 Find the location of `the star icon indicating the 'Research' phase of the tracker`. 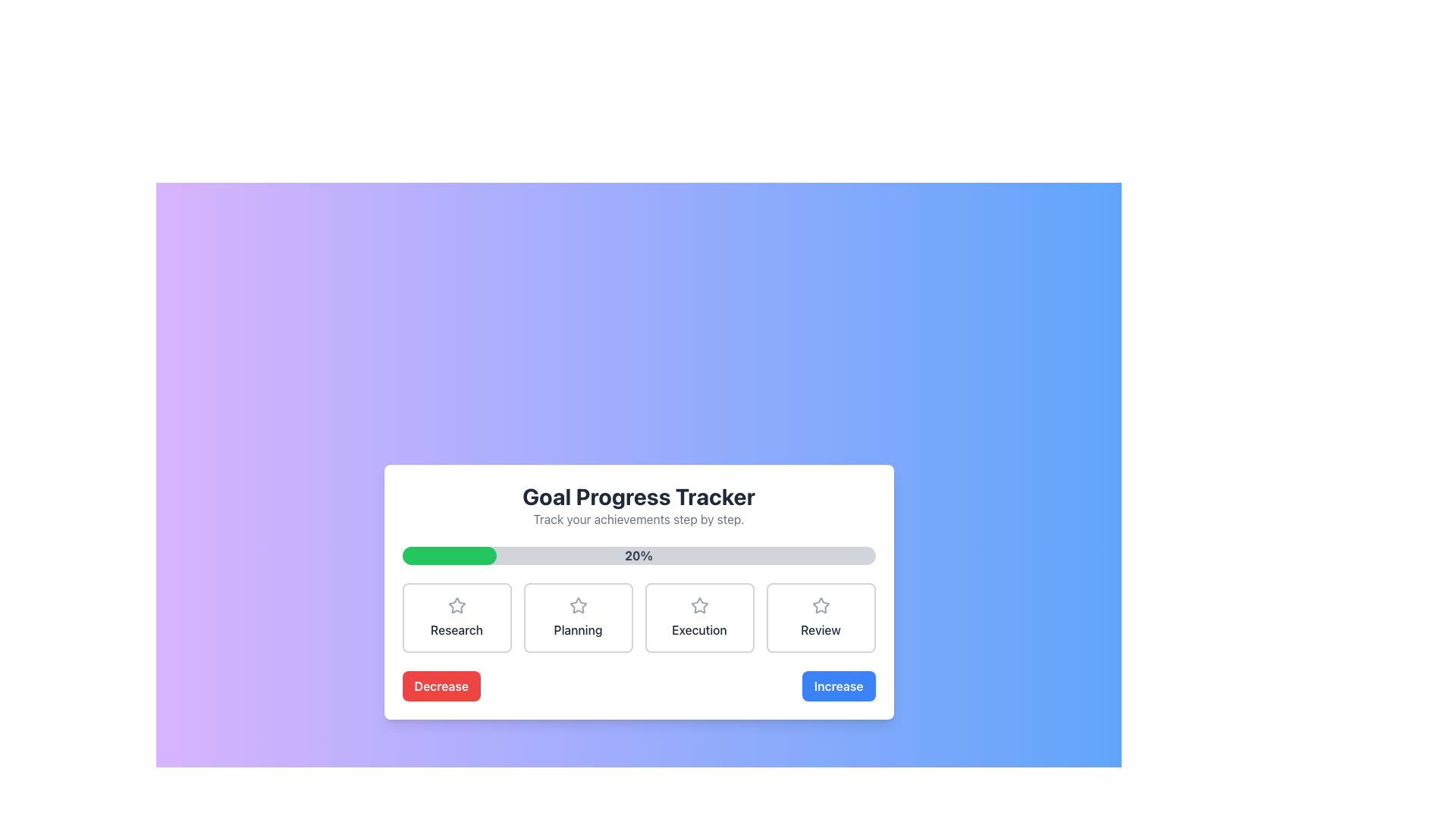

the star icon indicating the 'Research' phase of the tracker is located at coordinates (456, 604).